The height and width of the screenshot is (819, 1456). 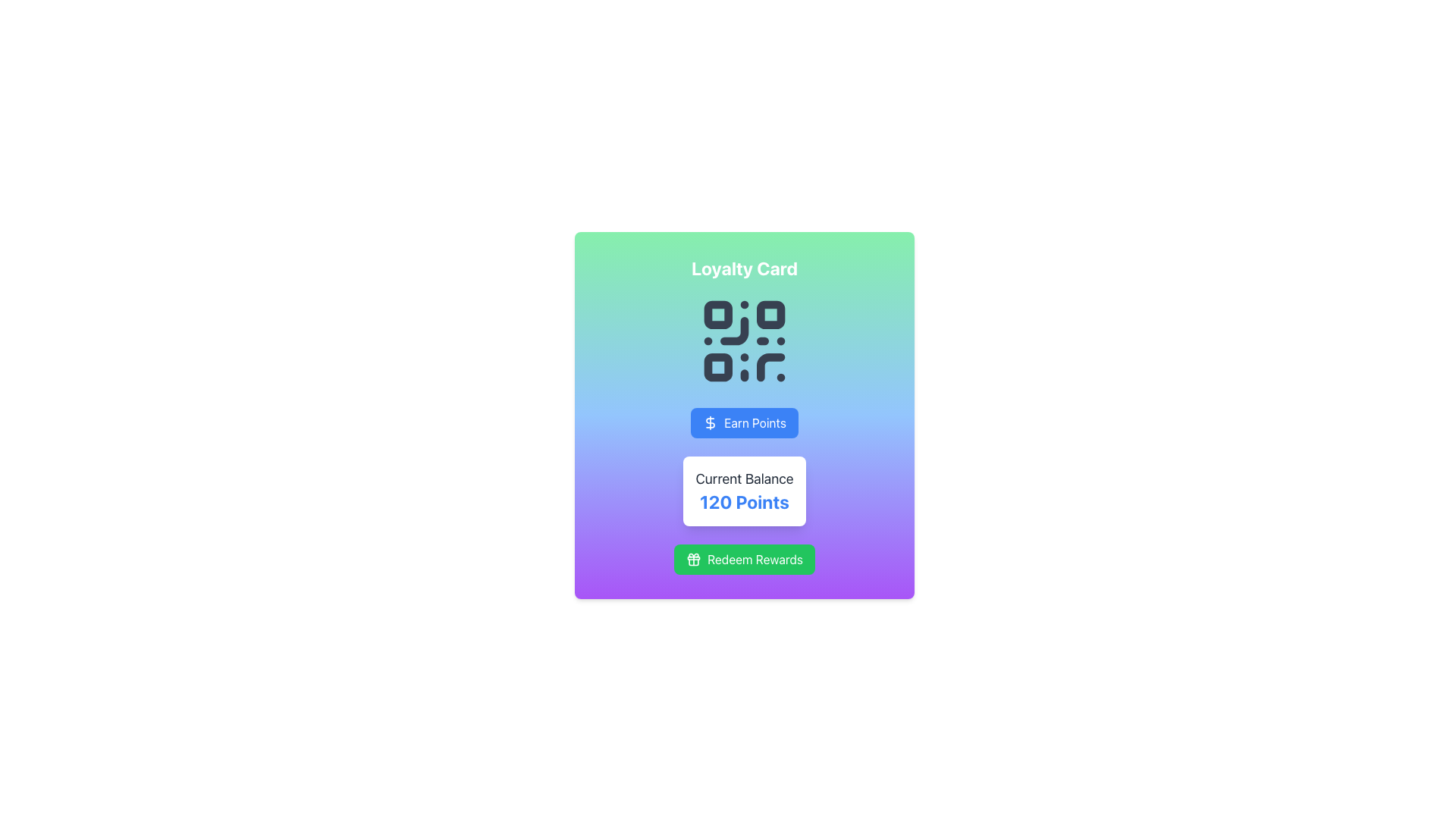 What do you see at coordinates (745, 559) in the screenshot?
I see `the rewards redemption button located below the 'Current Balance' section` at bounding box center [745, 559].